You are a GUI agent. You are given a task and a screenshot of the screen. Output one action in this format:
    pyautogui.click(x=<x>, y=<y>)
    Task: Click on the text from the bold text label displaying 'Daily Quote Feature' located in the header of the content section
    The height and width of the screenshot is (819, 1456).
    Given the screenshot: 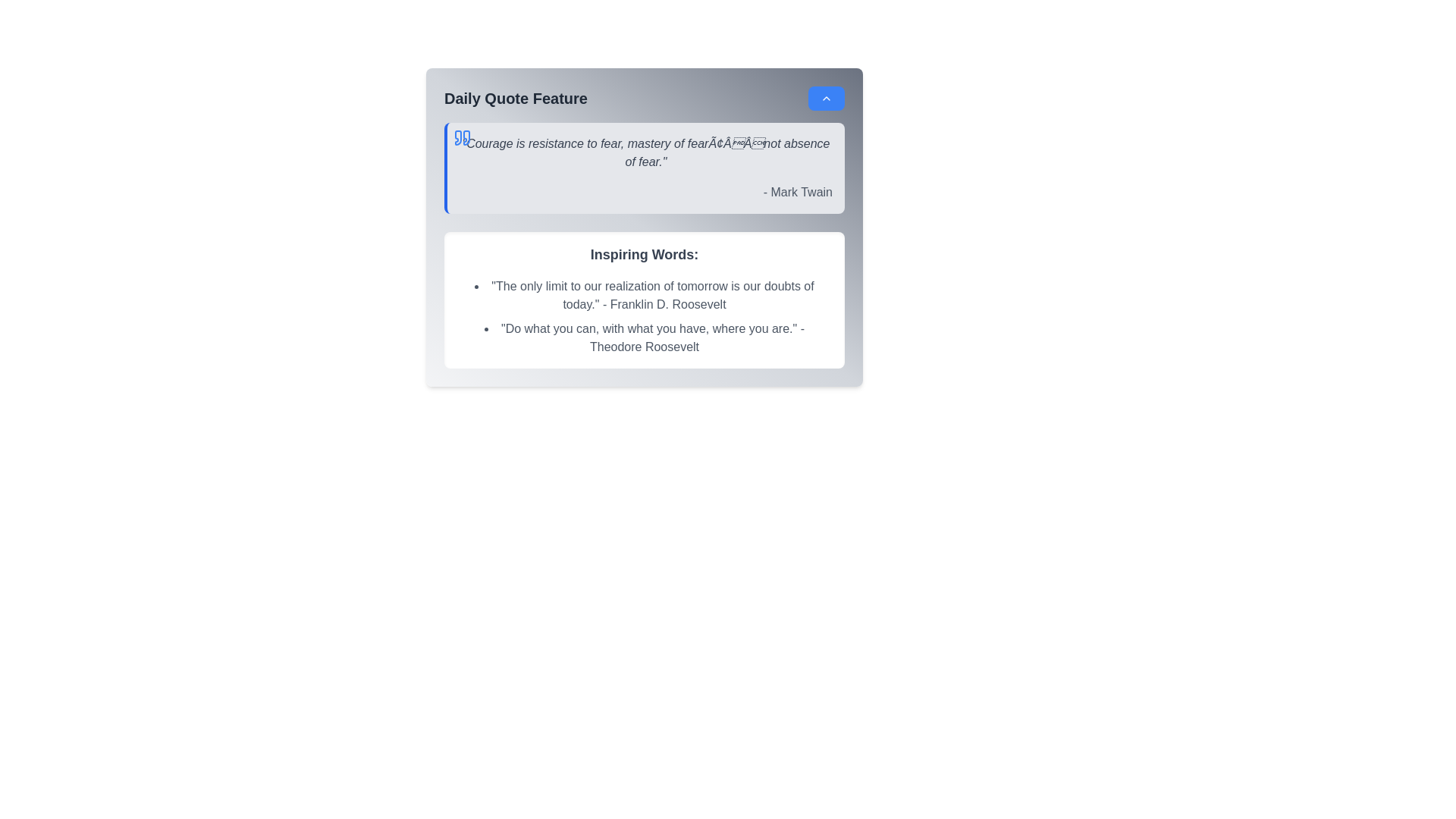 What is the action you would take?
    pyautogui.click(x=516, y=99)
    